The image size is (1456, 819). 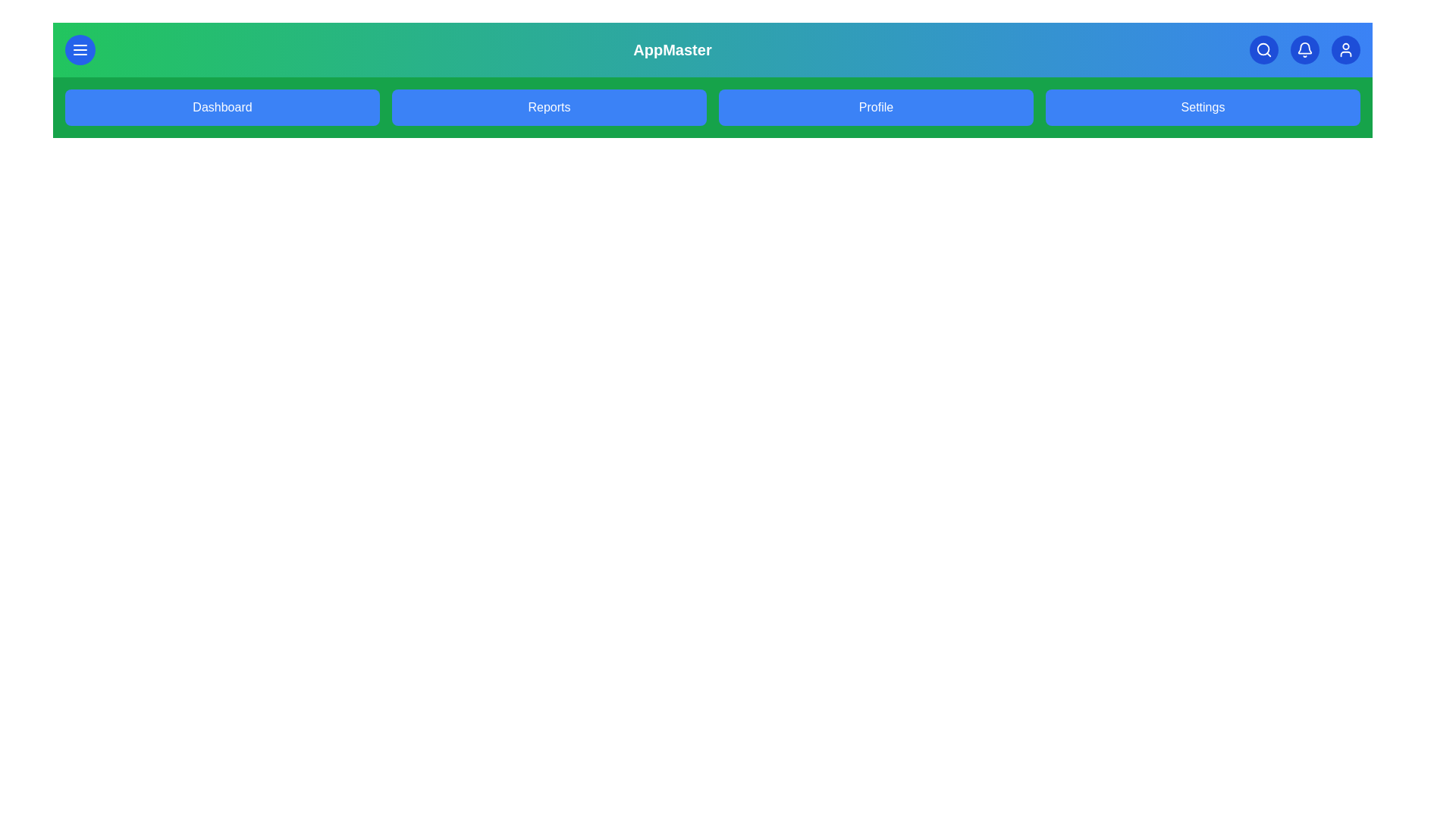 I want to click on the AppMaster heading text to read or interact with it, so click(x=672, y=49).